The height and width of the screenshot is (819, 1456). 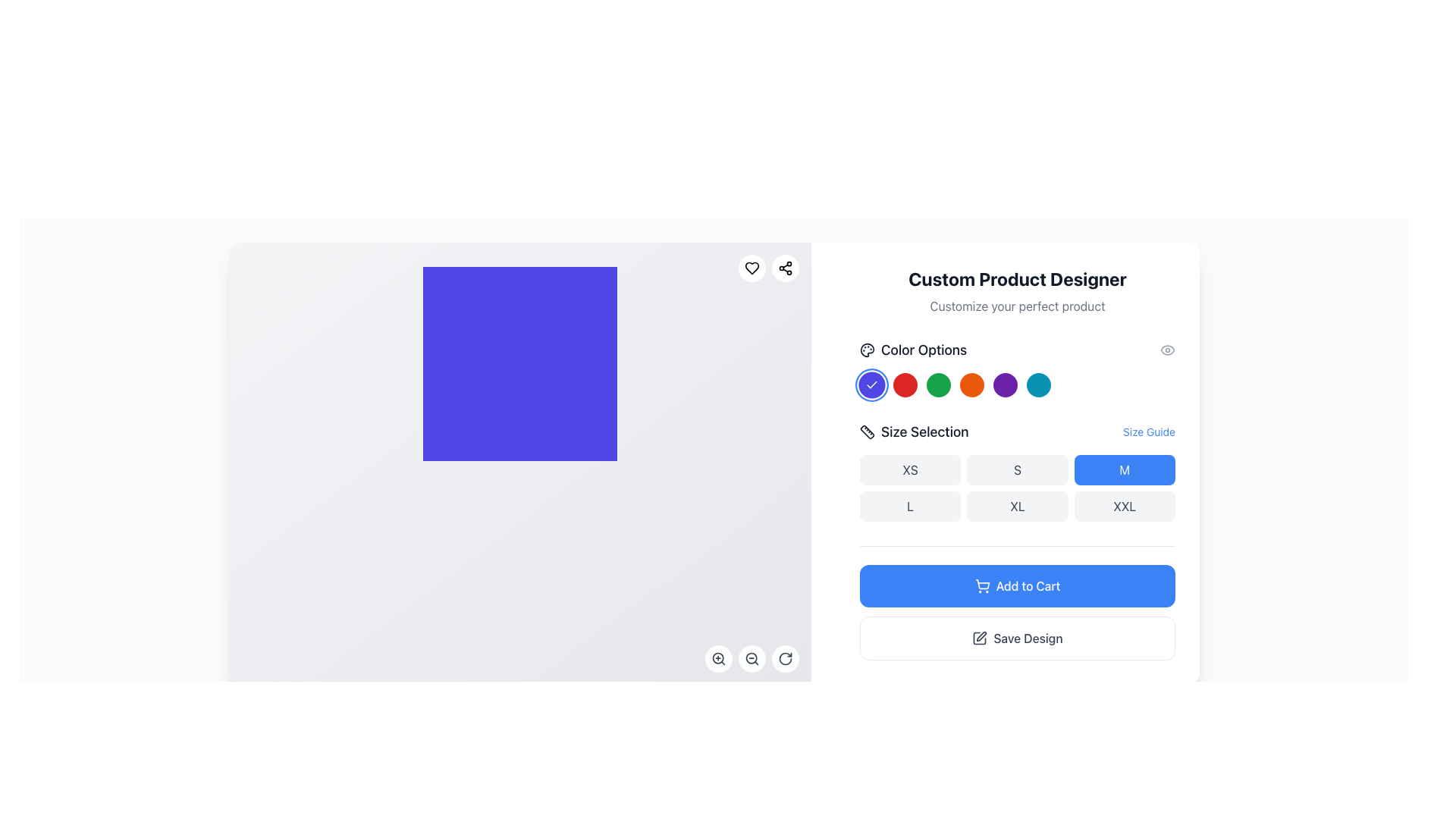 What do you see at coordinates (786, 657) in the screenshot?
I see `the clockwise rotation icon button located at the bottom-right corner of the canvas` at bounding box center [786, 657].